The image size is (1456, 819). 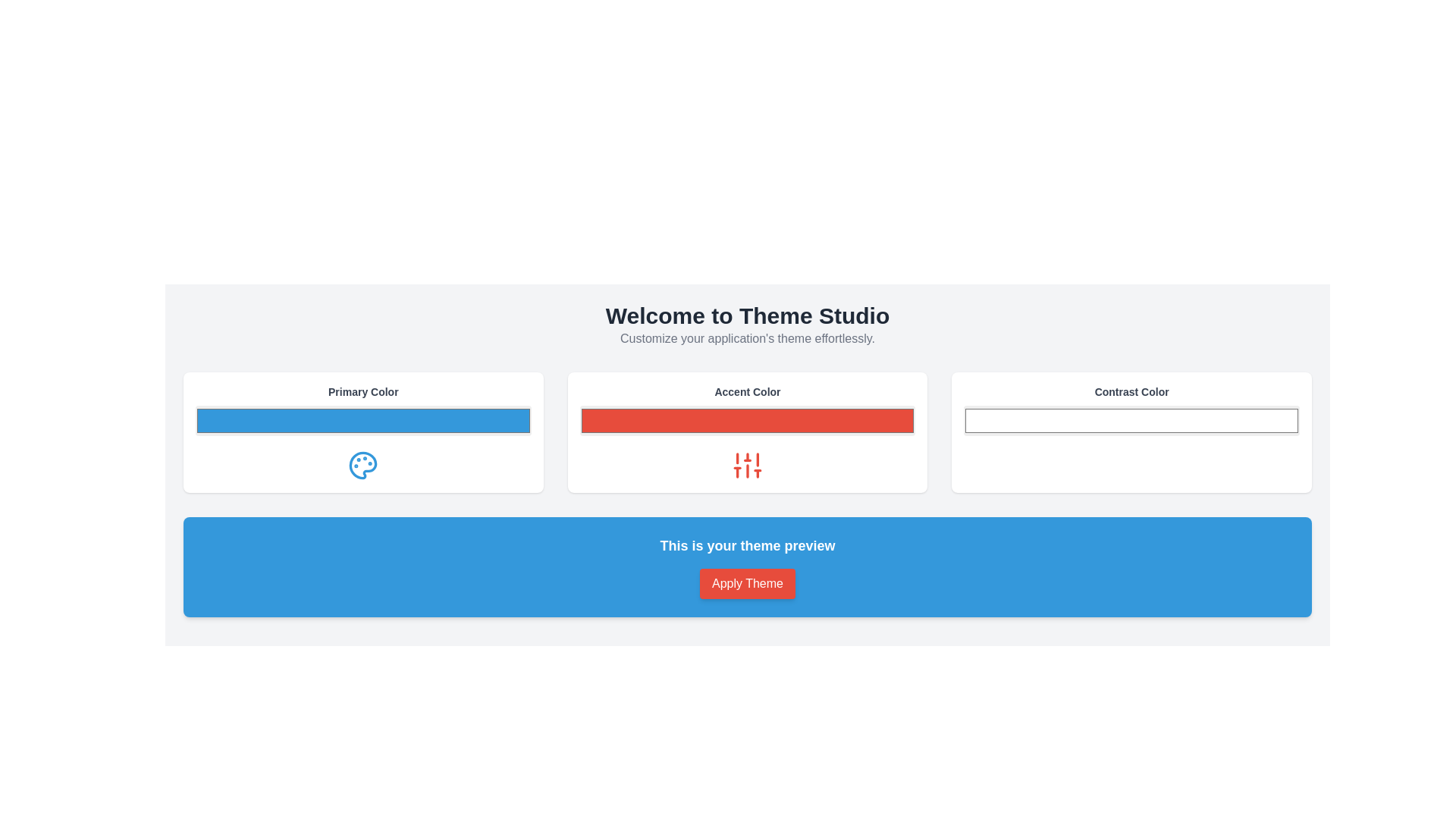 What do you see at coordinates (747, 315) in the screenshot?
I see `the large, bold text element reading 'Welcome to Theme Studio' which is centered at the top of the interface` at bounding box center [747, 315].